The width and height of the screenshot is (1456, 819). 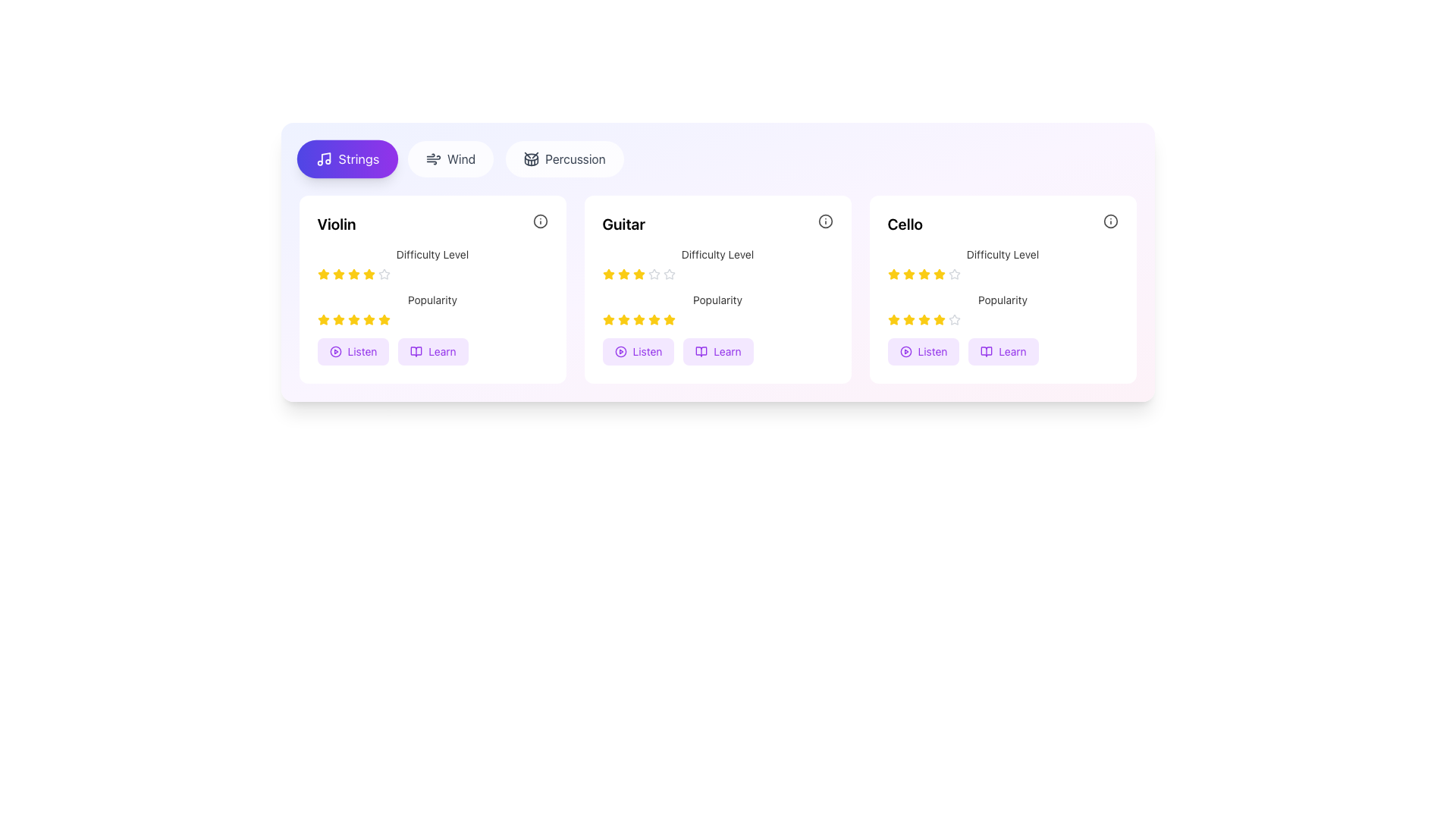 What do you see at coordinates (1003, 300) in the screenshot?
I see `the section label indicating the popularity rating of the 'Cello' item, which is located in the third card from the left, below the 'Difficulty Level' label and above the star ratings` at bounding box center [1003, 300].